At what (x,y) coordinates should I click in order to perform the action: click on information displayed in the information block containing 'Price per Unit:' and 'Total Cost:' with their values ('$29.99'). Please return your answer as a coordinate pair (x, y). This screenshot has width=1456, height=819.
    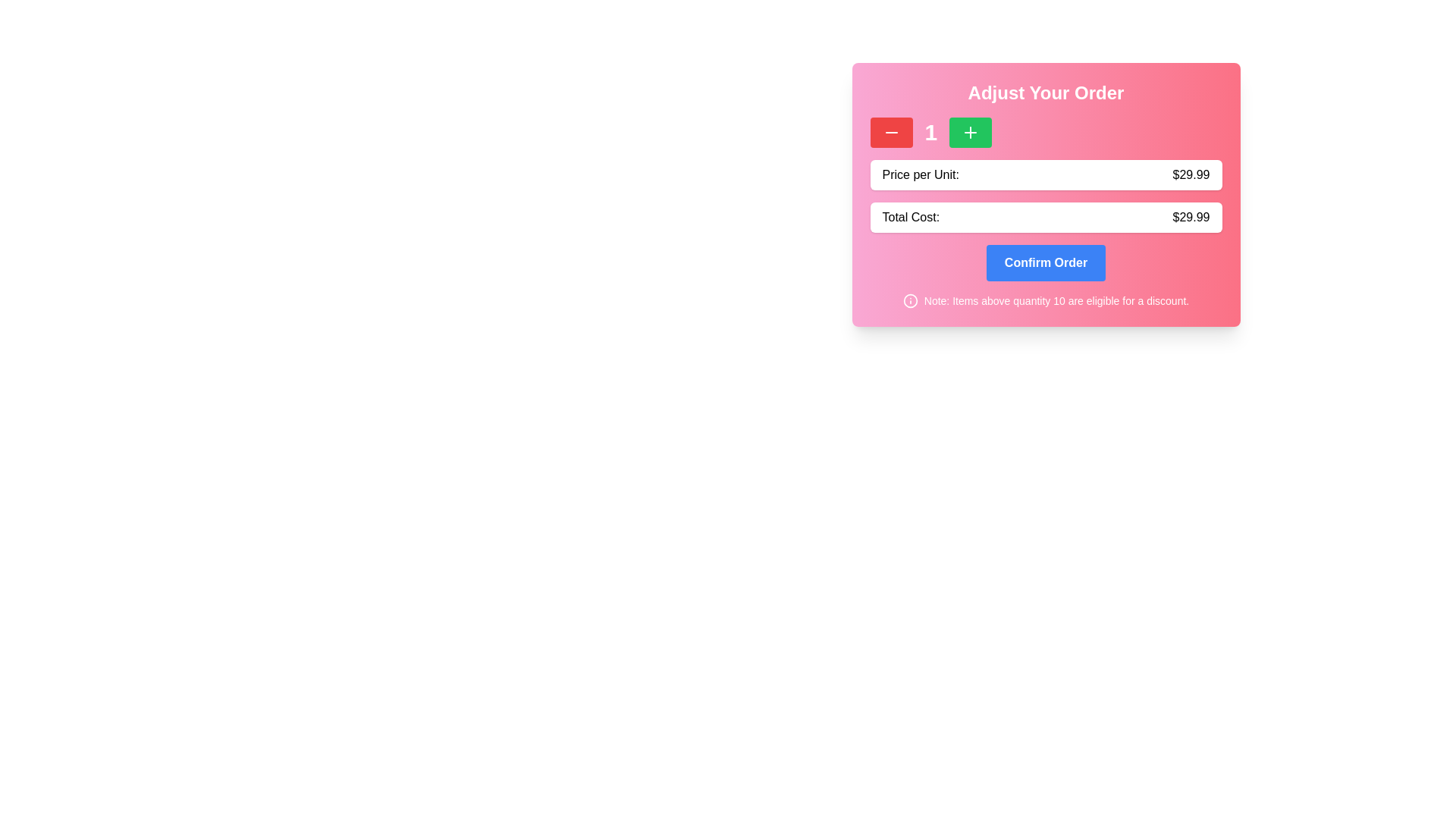
    Looking at the image, I should click on (1045, 213).